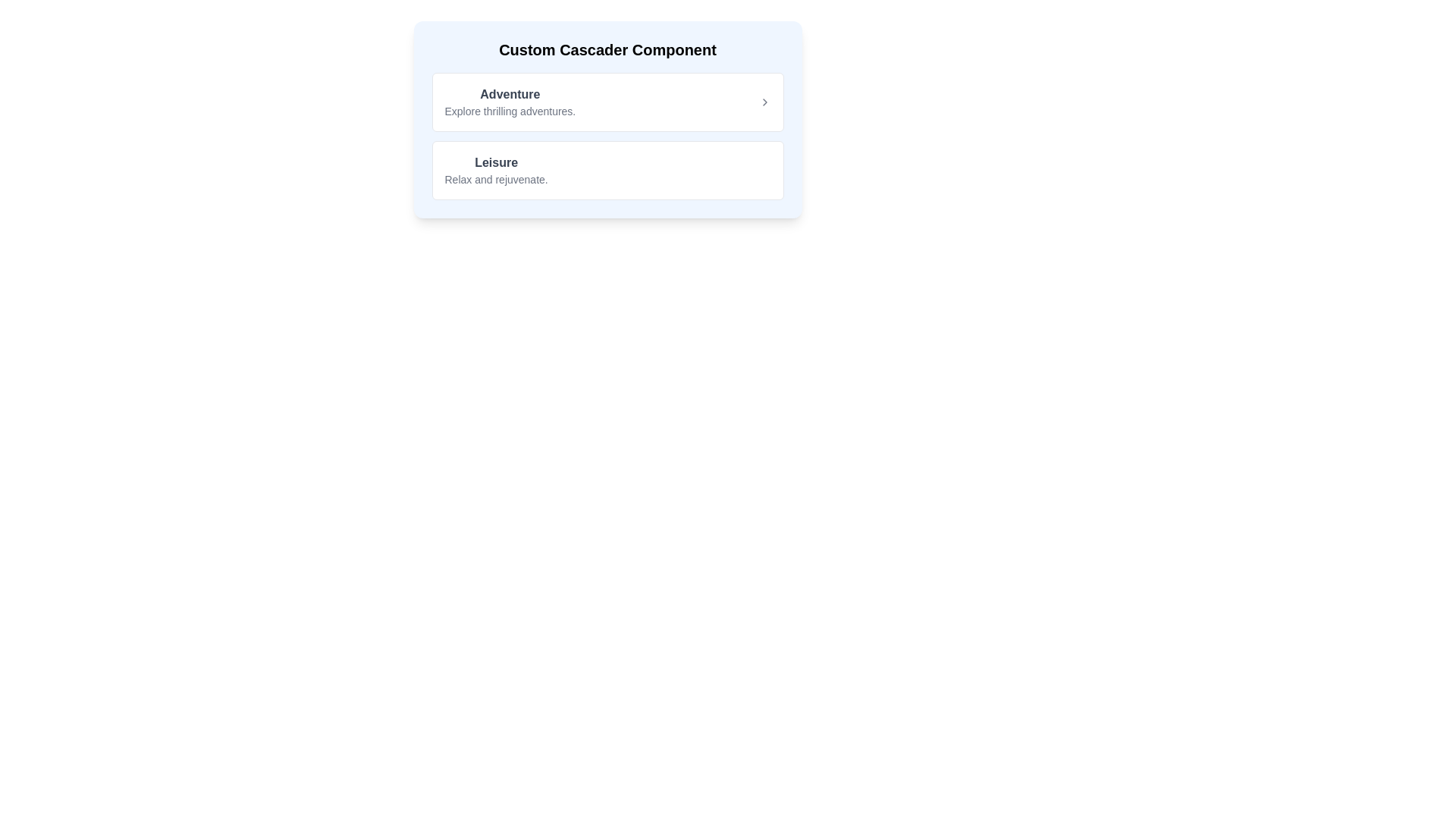  Describe the element at coordinates (607, 102) in the screenshot. I see `the first selectable card option for adventures in the vertically stacked list, which is located above the 'Leisure - Relax and rejuvenate.' card` at that location.